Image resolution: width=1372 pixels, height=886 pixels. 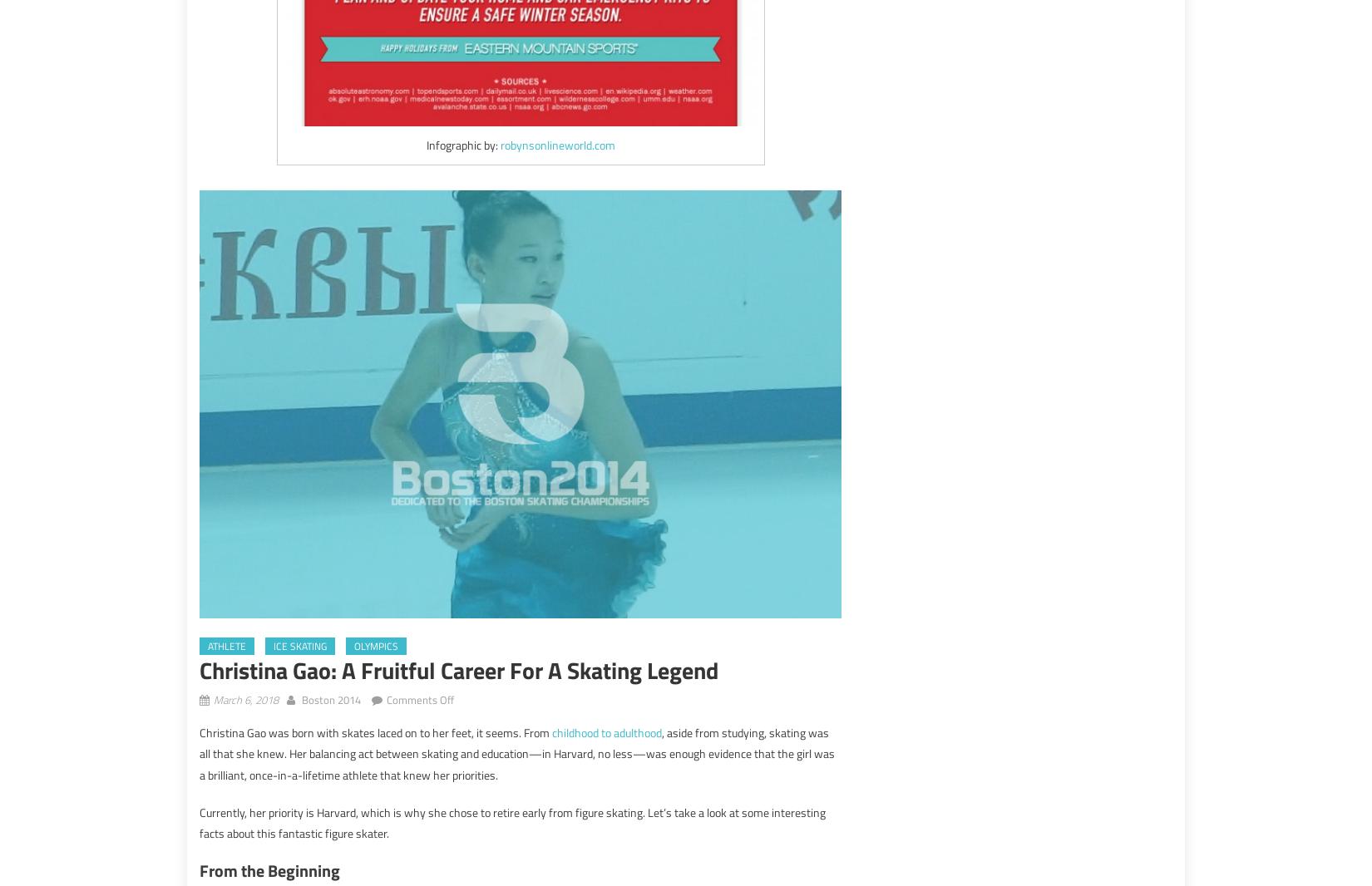 What do you see at coordinates (556, 144) in the screenshot?
I see `'robynsonlineworld.com'` at bounding box center [556, 144].